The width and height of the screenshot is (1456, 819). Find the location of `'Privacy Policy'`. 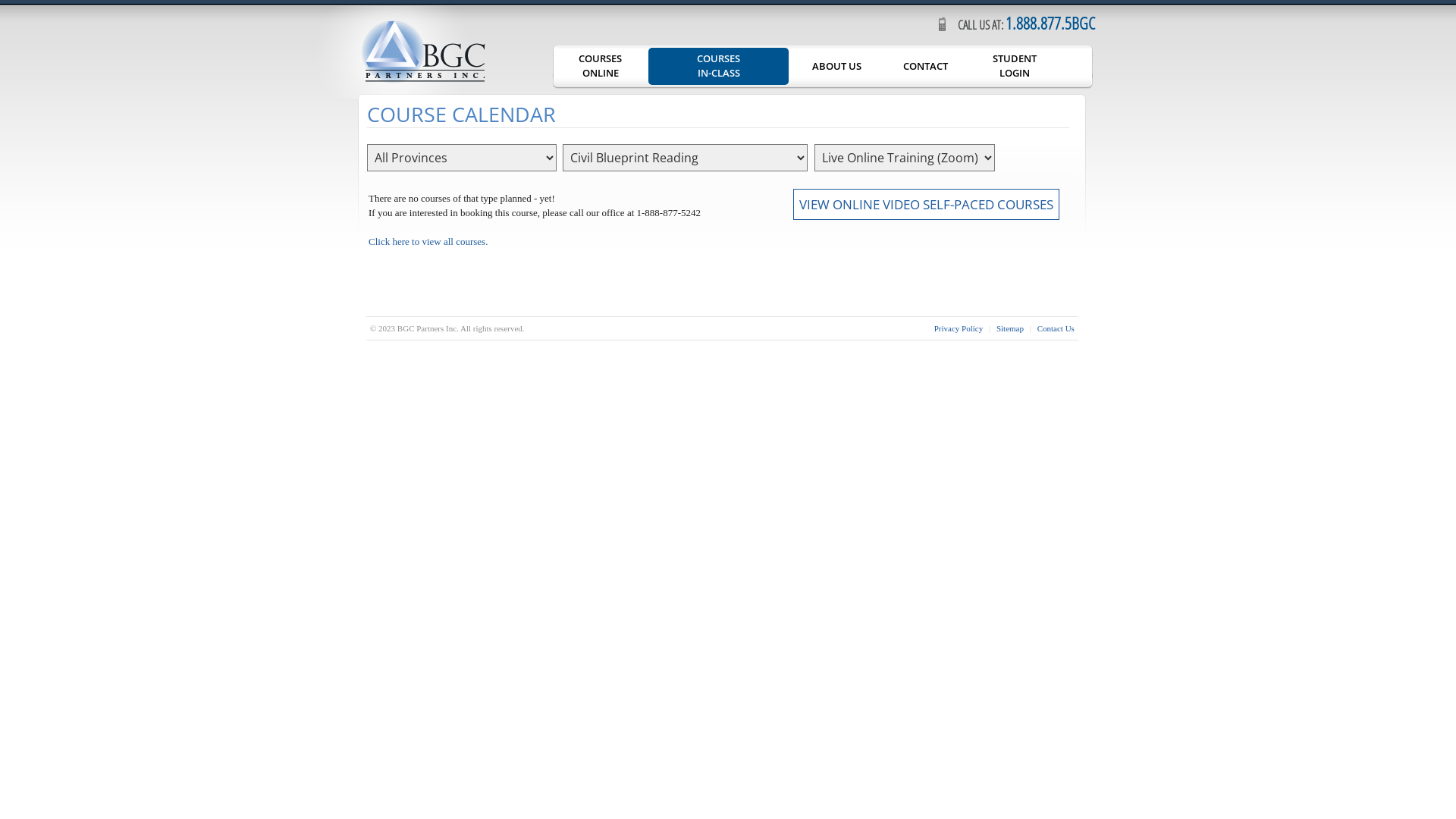

'Privacy Policy' is located at coordinates (957, 327).